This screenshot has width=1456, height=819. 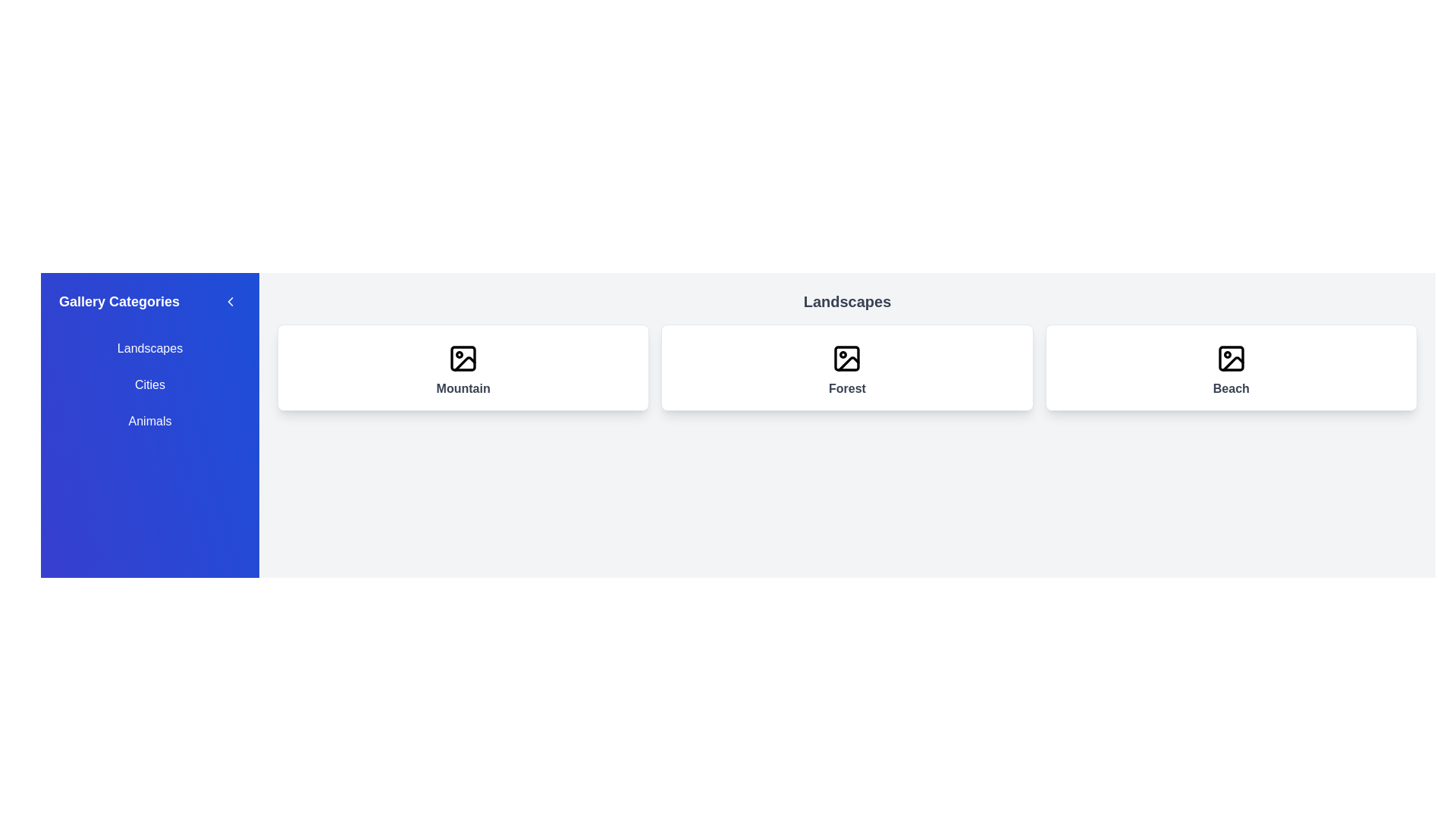 I want to click on the left-pointing chevron arrow icon in the circular button at the top-right corner of the sidebar, so click(x=229, y=301).